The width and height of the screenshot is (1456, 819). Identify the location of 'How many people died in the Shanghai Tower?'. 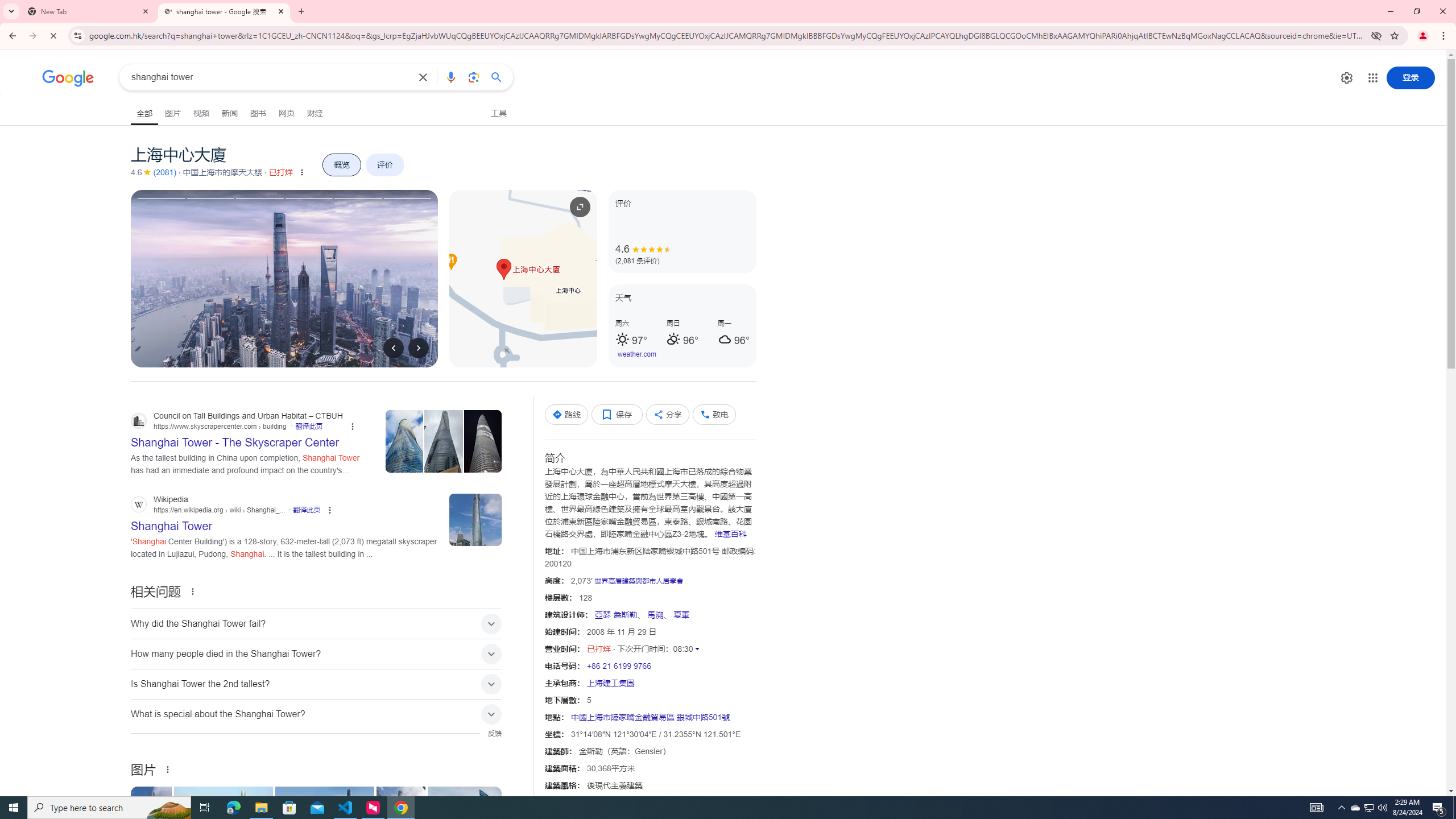
(316, 653).